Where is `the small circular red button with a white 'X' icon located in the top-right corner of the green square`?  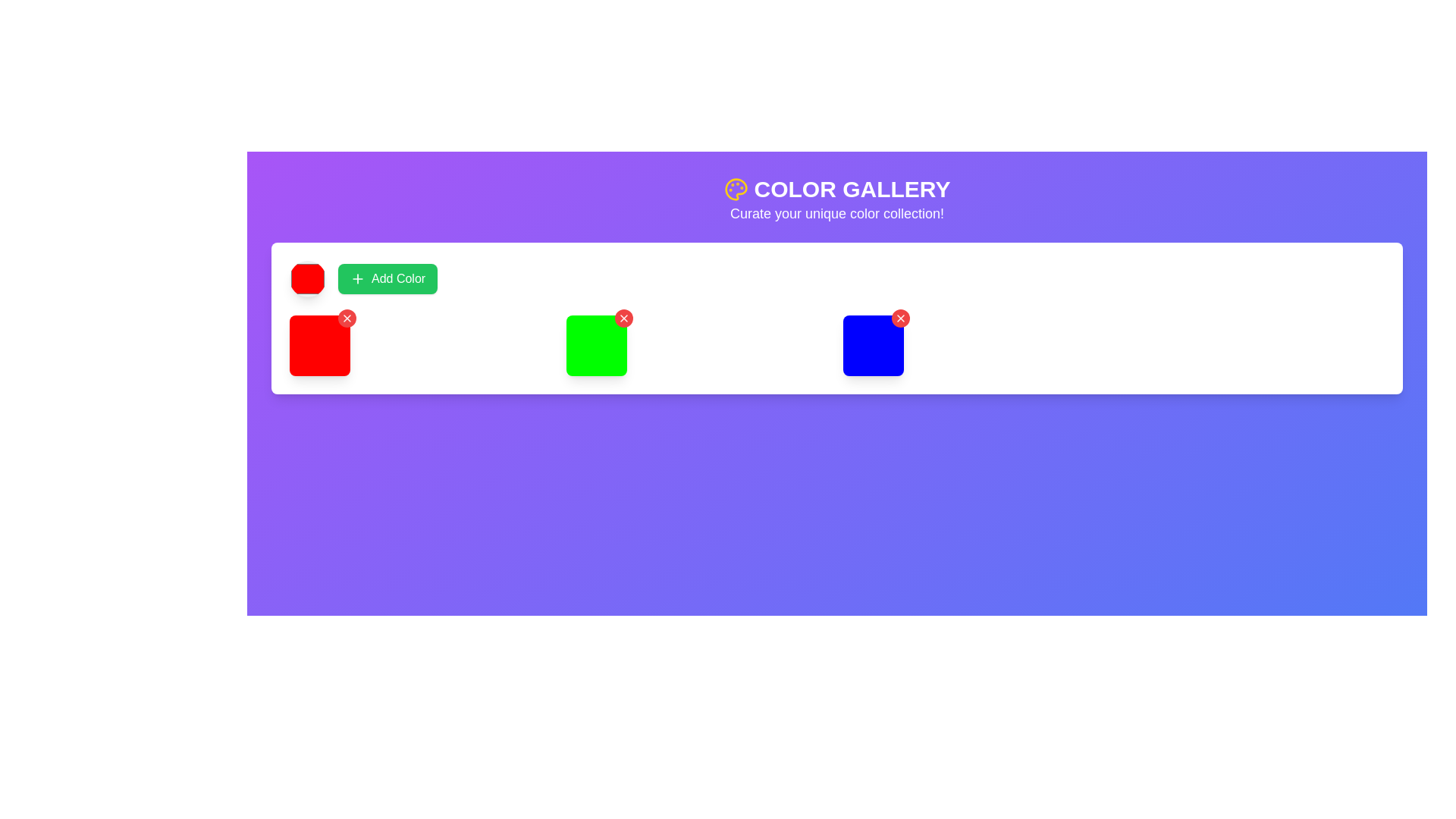 the small circular red button with a white 'X' icon located in the top-right corner of the green square is located at coordinates (623, 318).